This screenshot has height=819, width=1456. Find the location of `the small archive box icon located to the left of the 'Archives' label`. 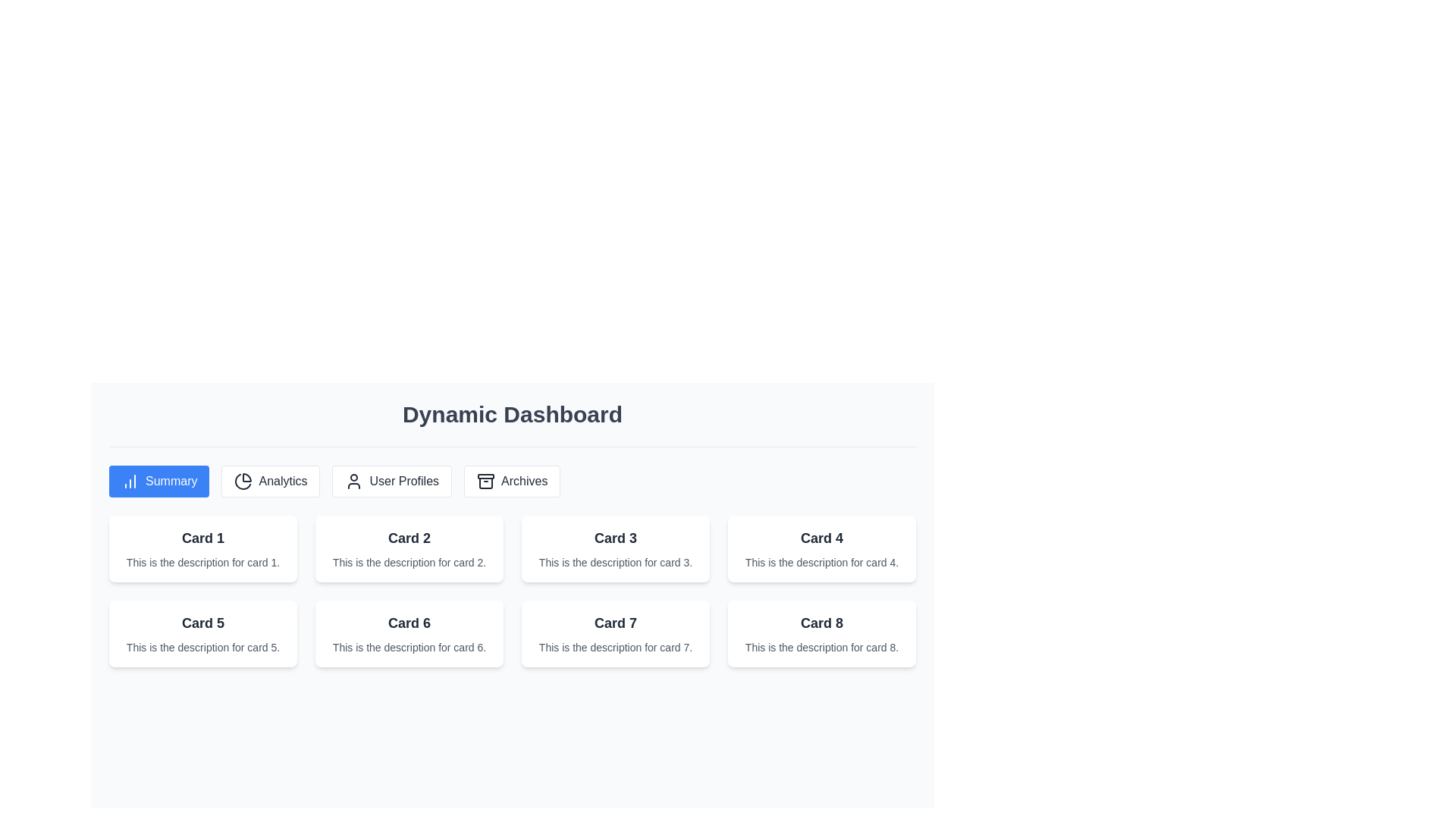

the small archive box icon located to the left of the 'Archives' label is located at coordinates (486, 482).